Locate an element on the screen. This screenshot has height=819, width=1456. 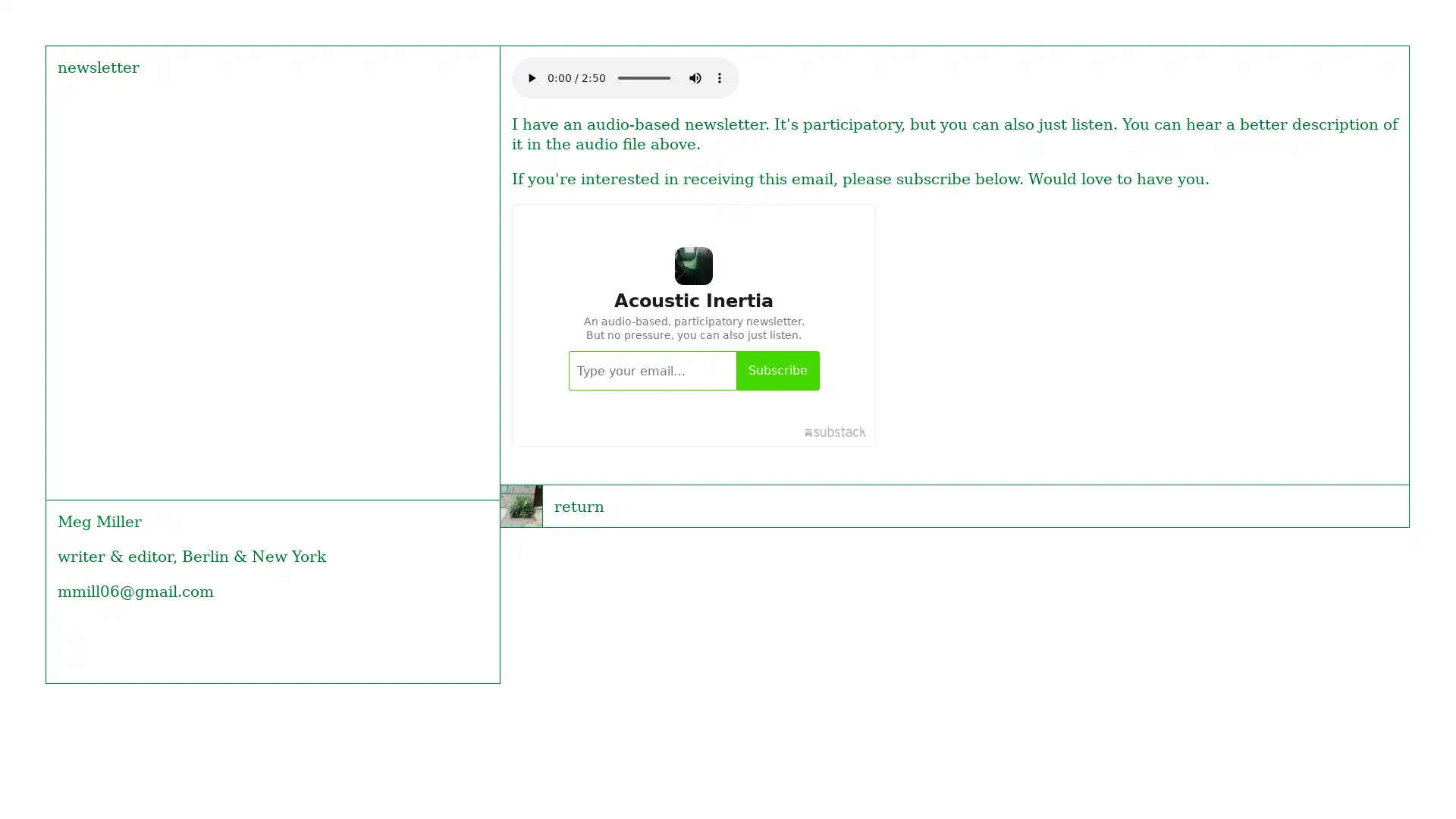
show more media controls is located at coordinates (718, 77).